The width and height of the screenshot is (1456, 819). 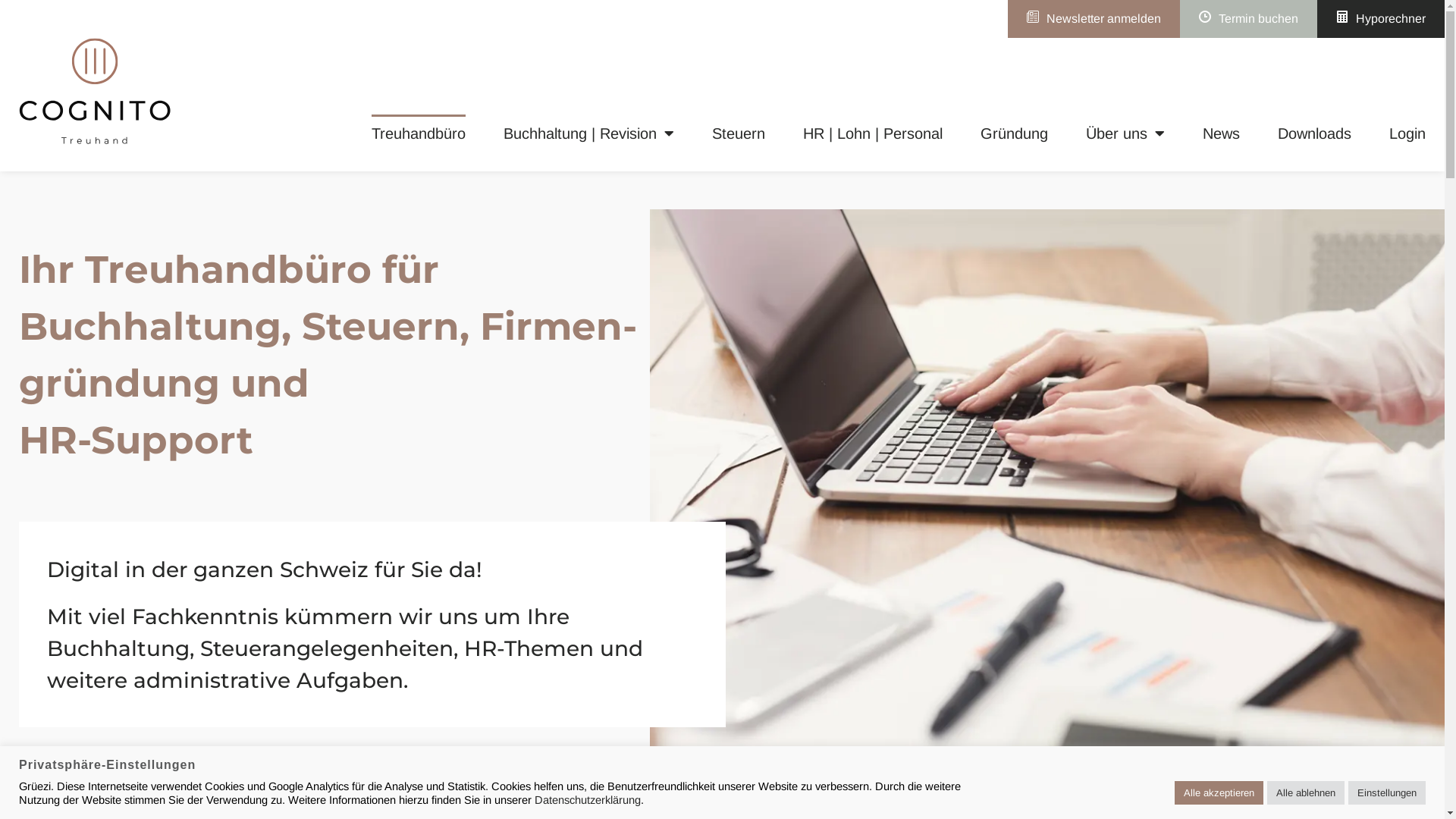 I want to click on 'Alle akzeptieren', so click(x=1174, y=792).